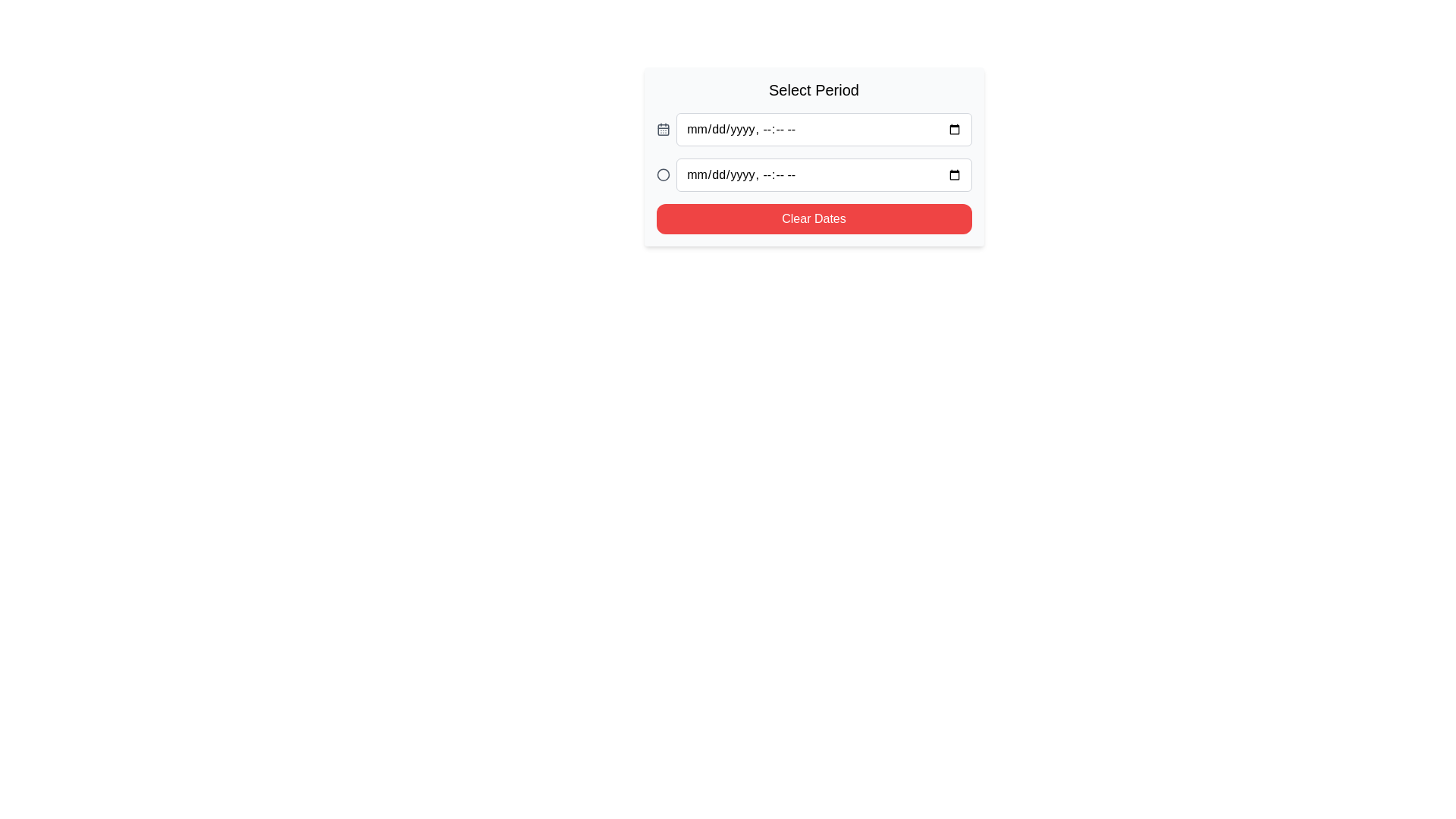 This screenshot has height=819, width=1456. Describe the element at coordinates (663, 128) in the screenshot. I see `the calendar icon located to the immediate left of the first date input field in the 'Select Period' section` at that location.